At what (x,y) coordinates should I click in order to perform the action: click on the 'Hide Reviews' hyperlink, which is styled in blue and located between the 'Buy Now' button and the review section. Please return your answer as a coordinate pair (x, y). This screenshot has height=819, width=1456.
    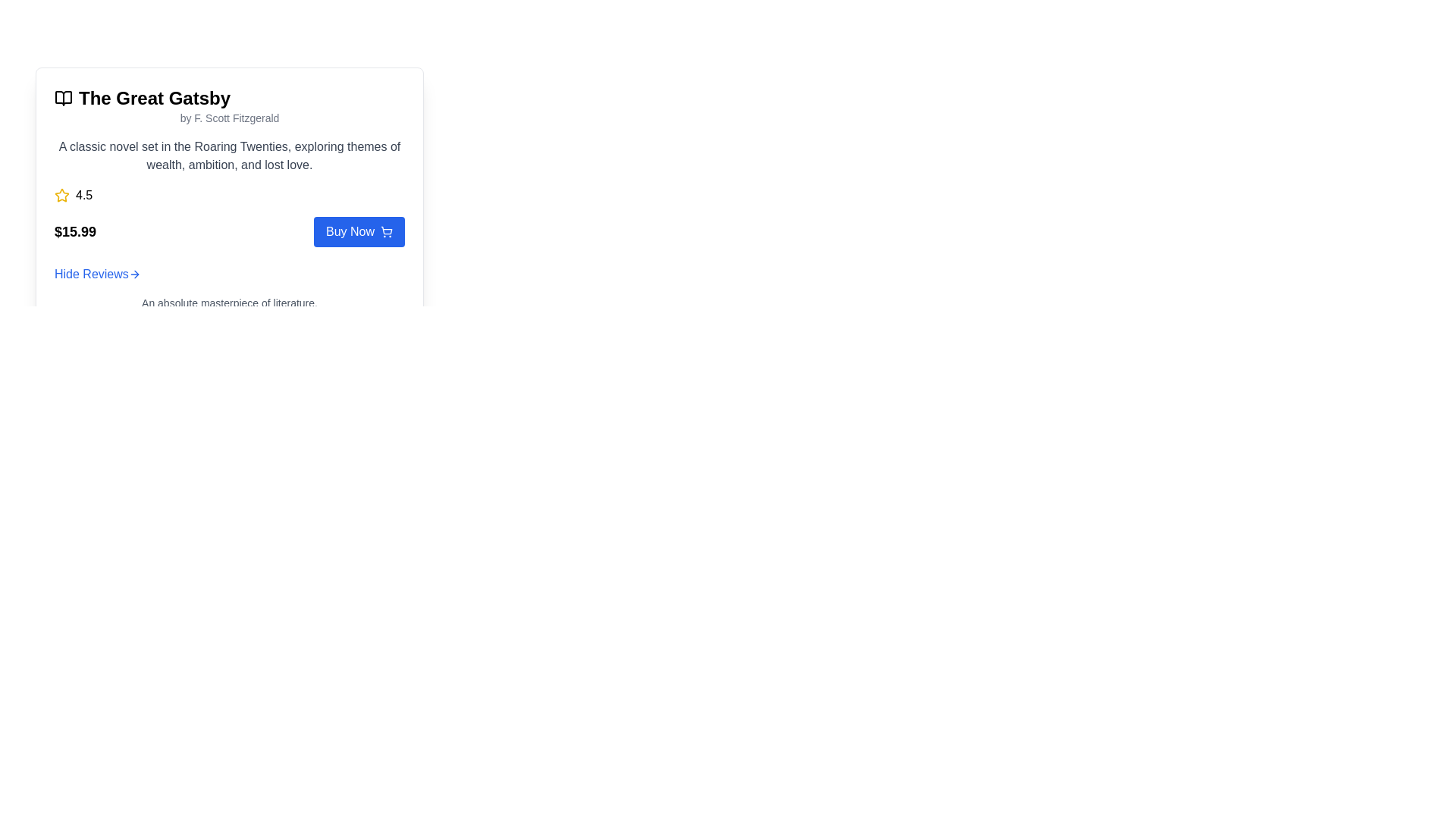
    Looking at the image, I should click on (96, 275).